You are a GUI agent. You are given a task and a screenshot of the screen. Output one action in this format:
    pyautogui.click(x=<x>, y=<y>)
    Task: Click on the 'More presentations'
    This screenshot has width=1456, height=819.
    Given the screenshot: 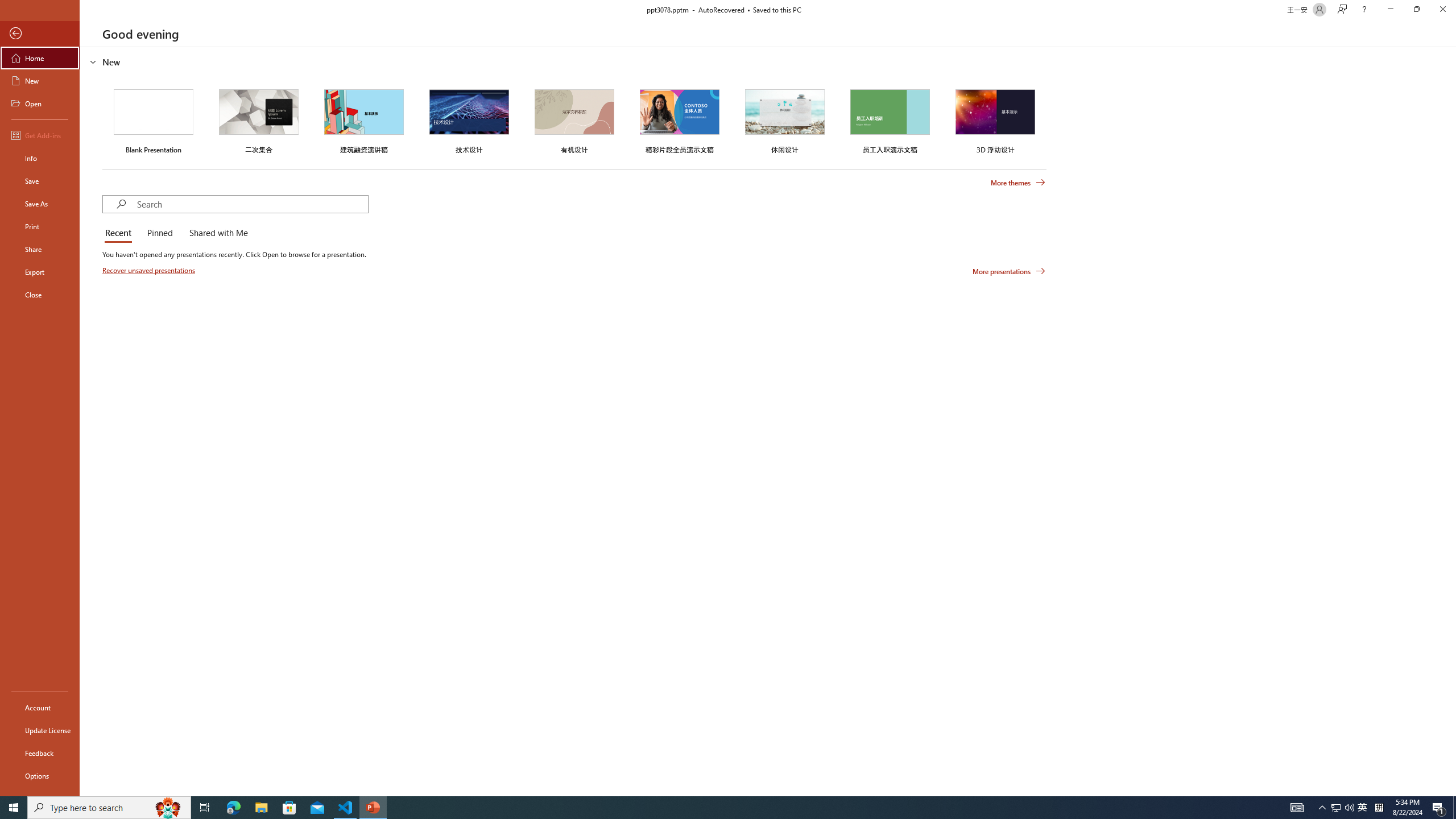 What is the action you would take?
    pyautogui.click(x=1008, y=270)
    